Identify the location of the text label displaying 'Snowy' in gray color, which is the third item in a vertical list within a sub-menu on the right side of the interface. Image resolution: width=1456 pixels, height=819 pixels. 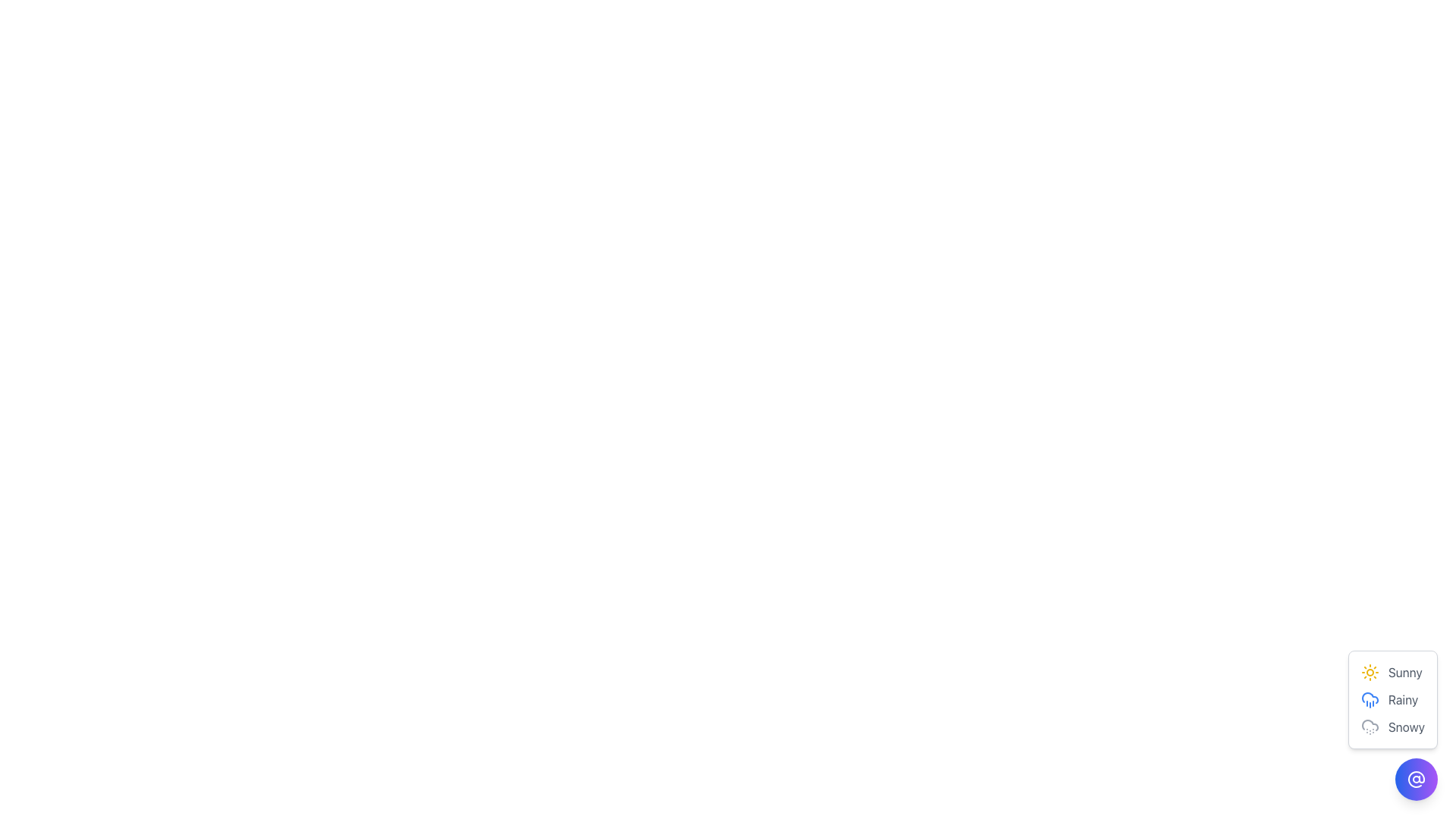
(1405, 726).